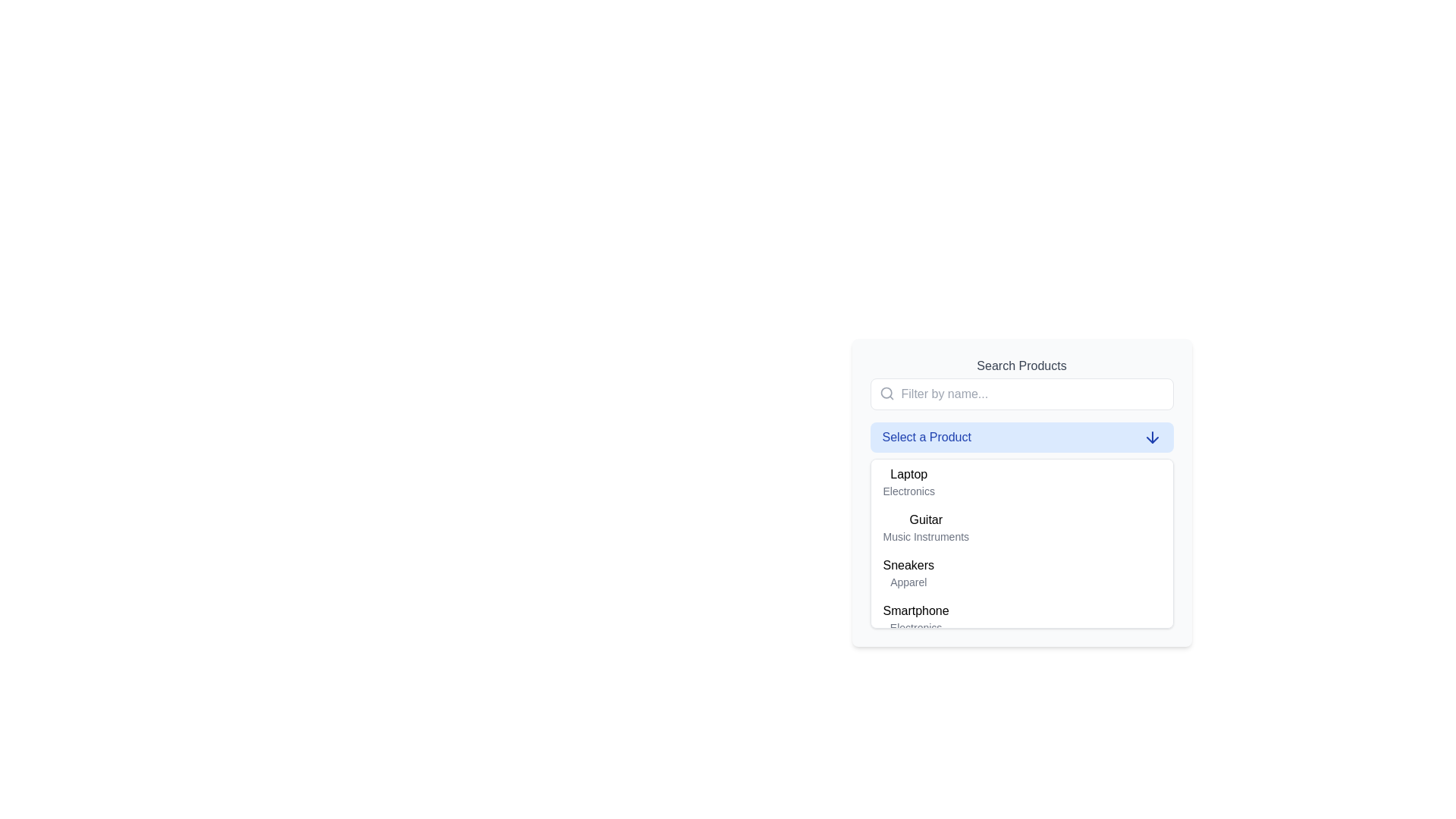  Describe the element at coordinates (908, 473) in the screenshot. I see `the 'Laptop' text label in the dropdown menu` at that location.